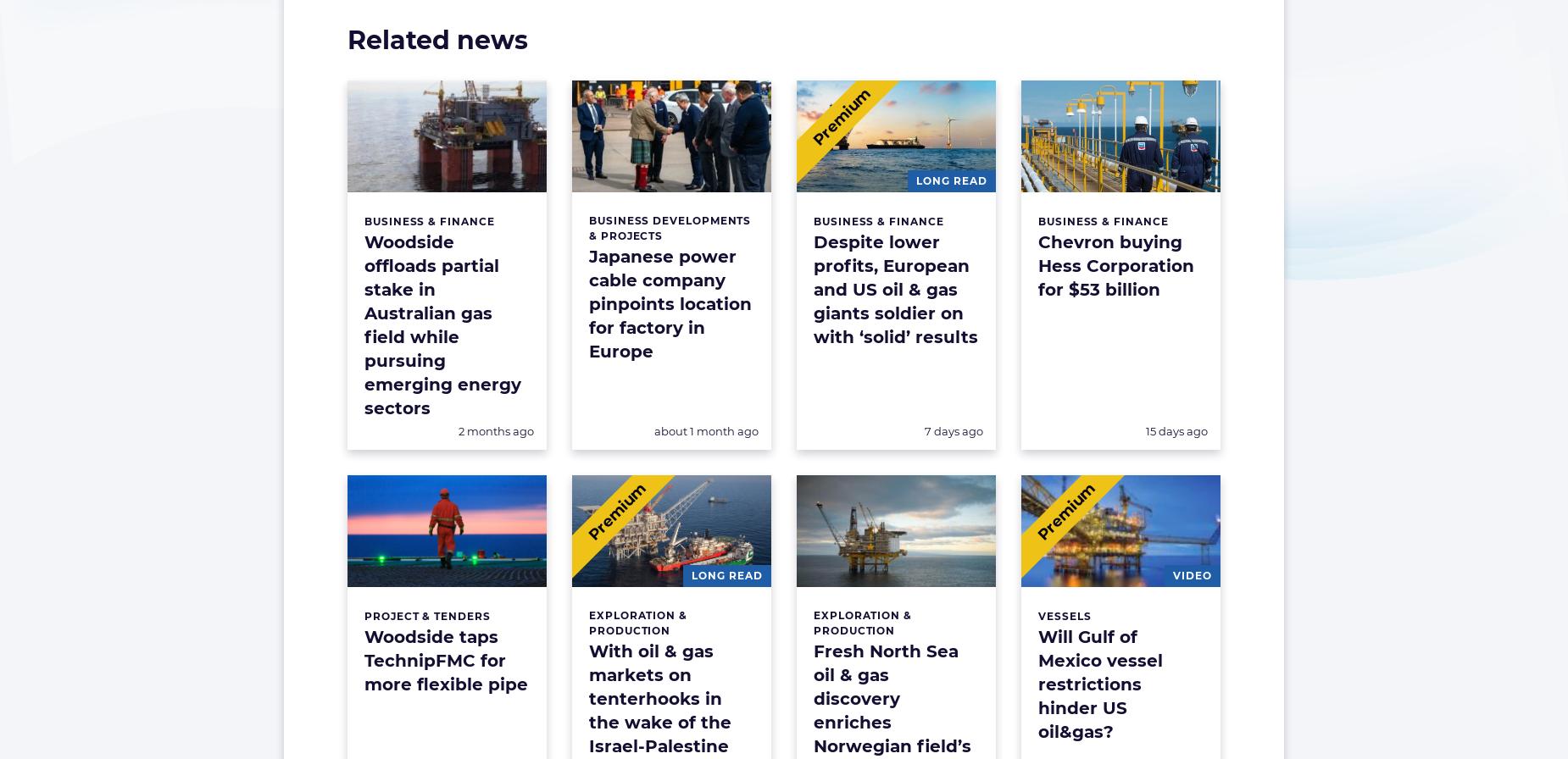 This screenshot has height=759, width=1568. What do you see at coordinates (670, 304) in the screenshot?
I see `'Japanese power cable company pinpoints location for factory in Europe'` at bounding box center [670, 304].